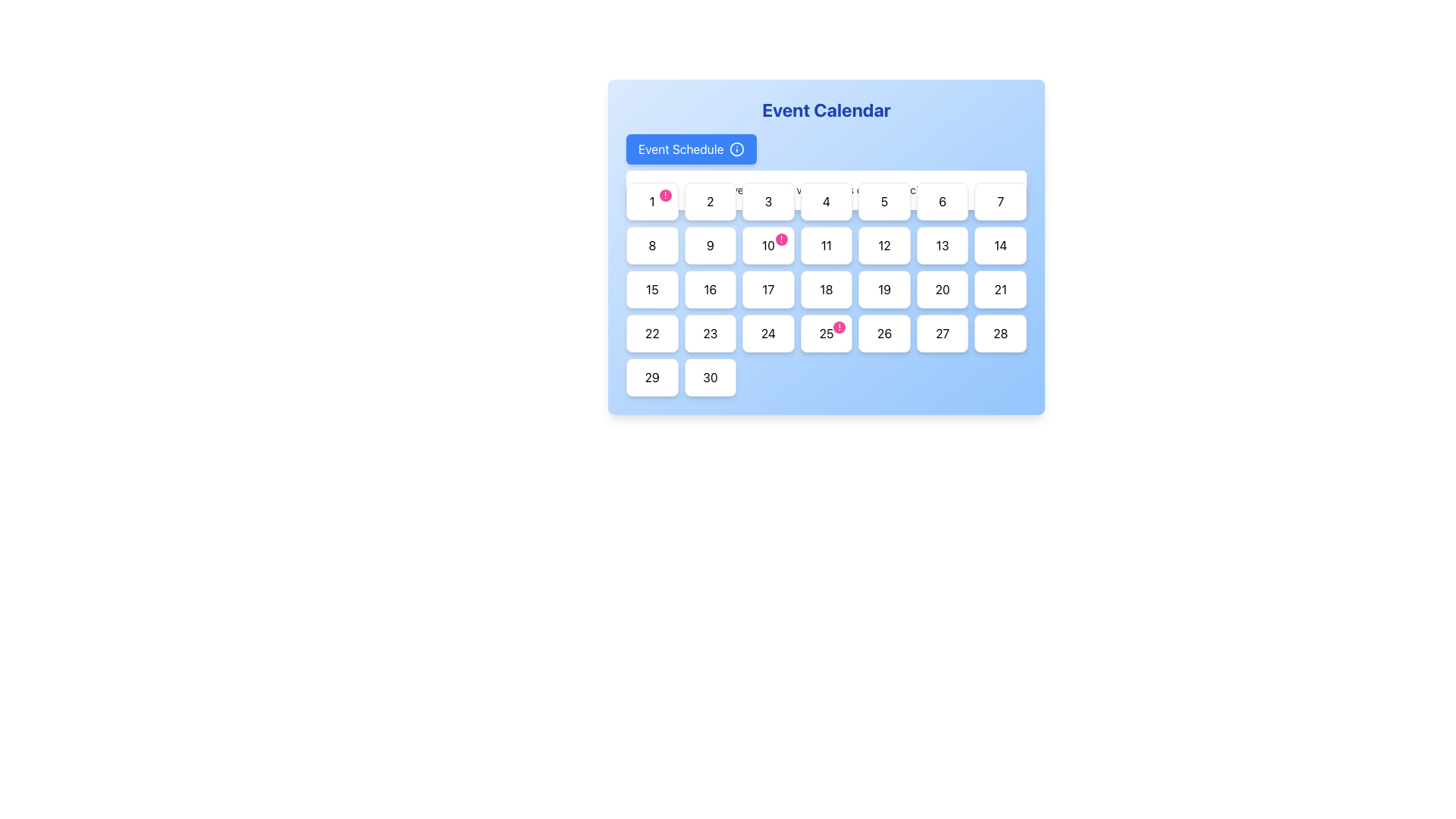 Image resolution: width=1456 pixels, height=819 pixels. I want to click on the date button marked '11' in the calendar interface, so click(825, 245).